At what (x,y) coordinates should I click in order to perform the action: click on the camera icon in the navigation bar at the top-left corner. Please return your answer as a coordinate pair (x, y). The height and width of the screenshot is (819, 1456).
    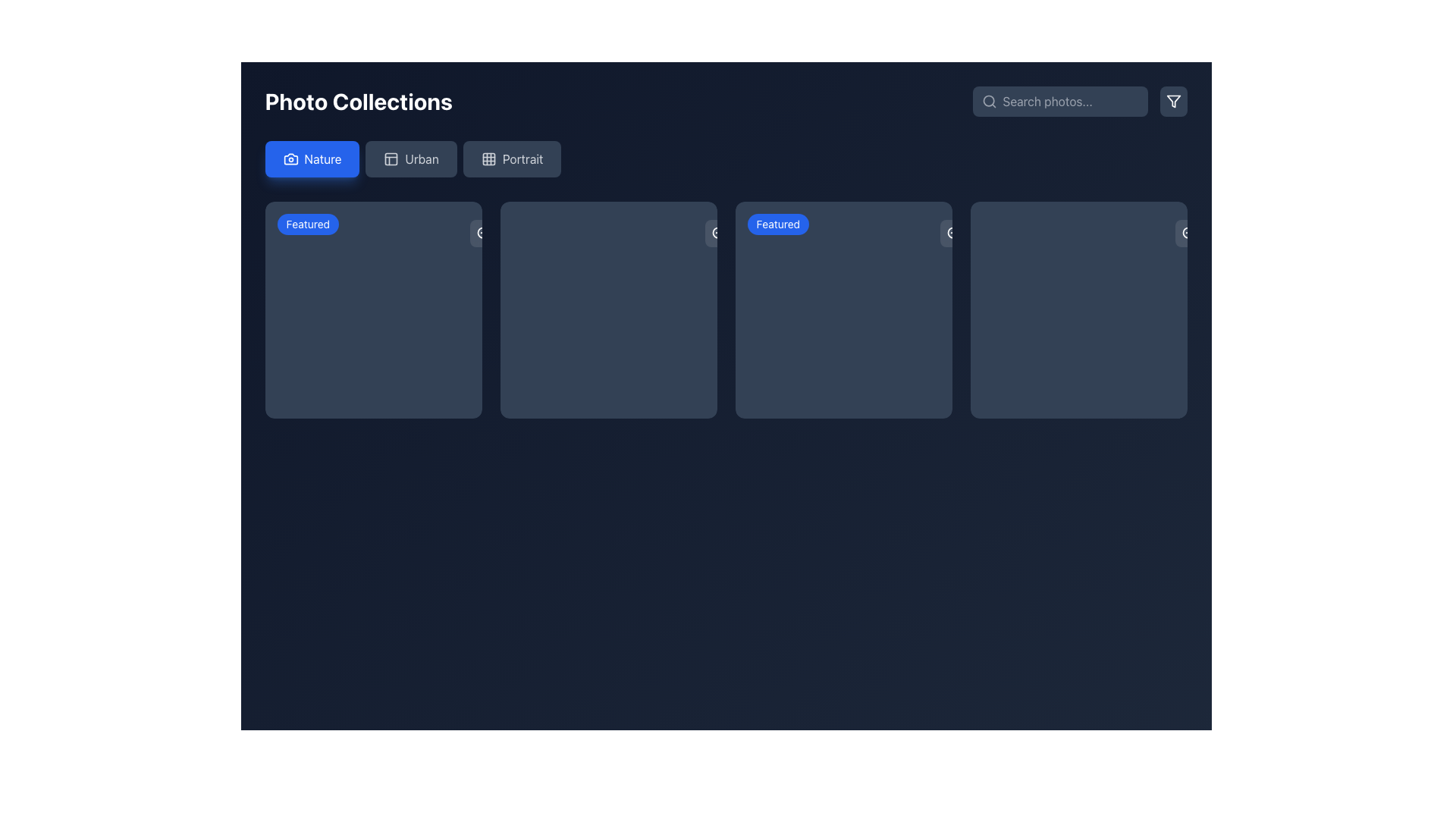
    Looking at the image, I should click on (290, 158).